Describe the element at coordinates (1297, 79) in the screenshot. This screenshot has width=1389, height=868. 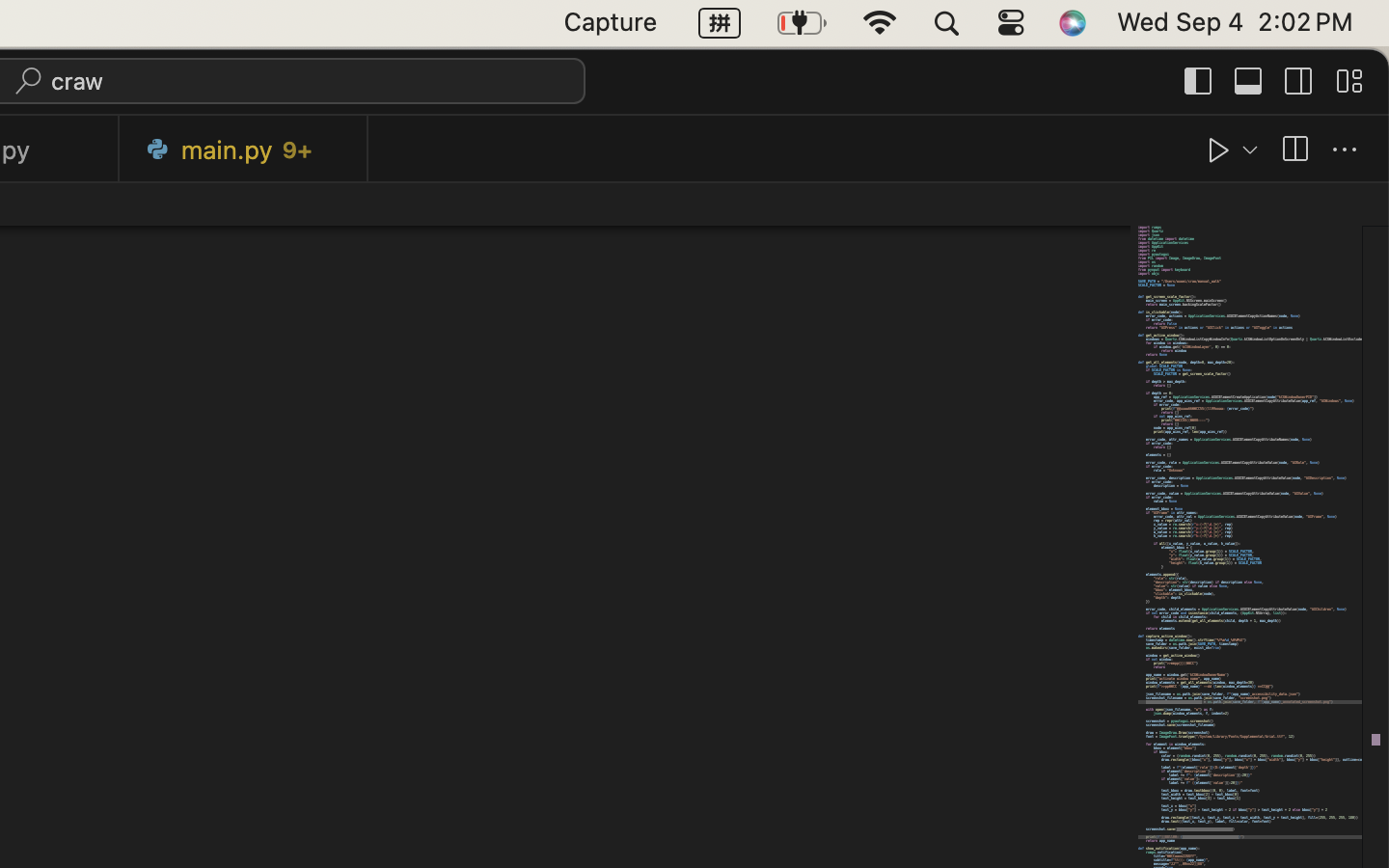
I see `''` at that location.